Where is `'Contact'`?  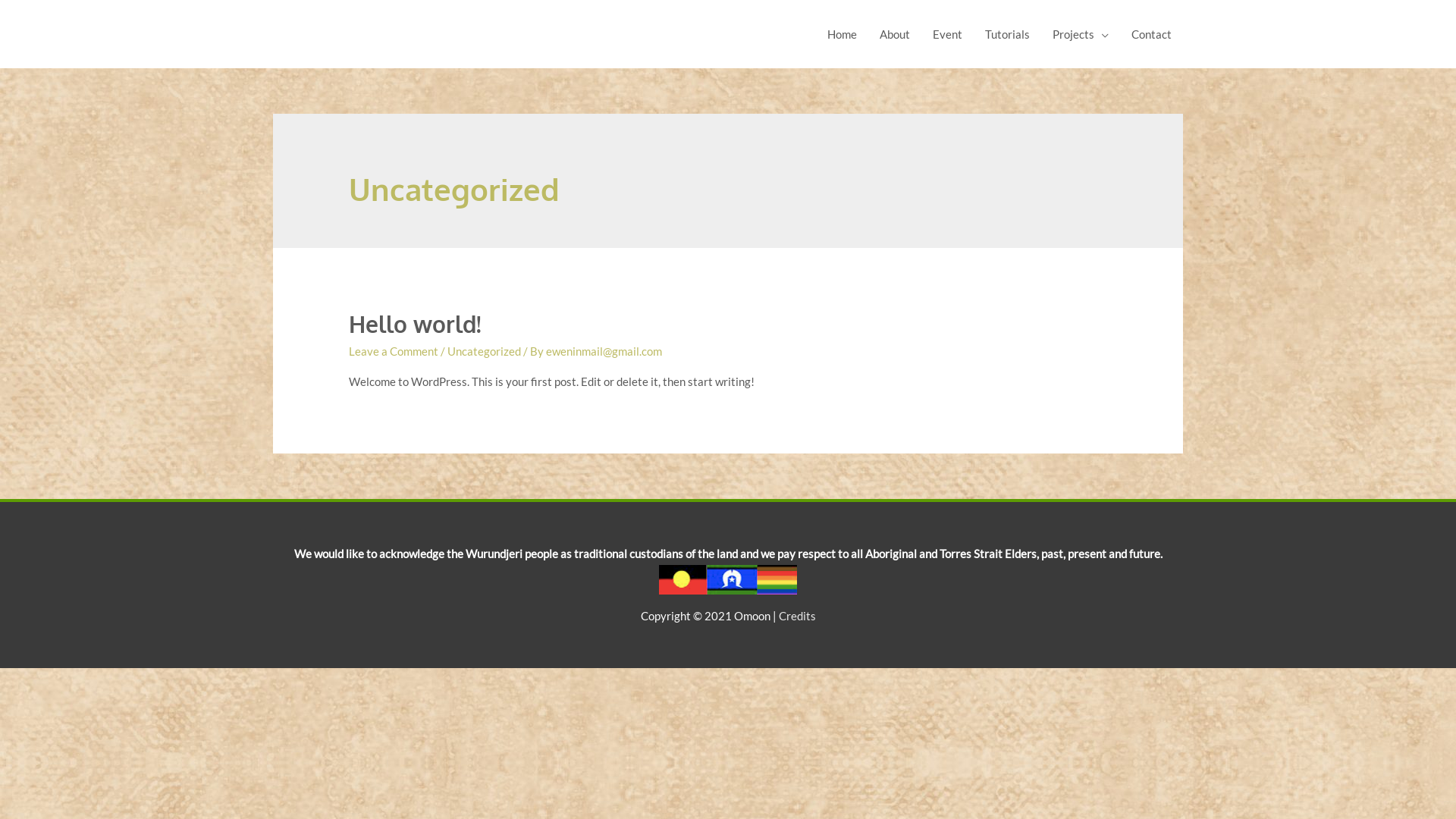 'Contact' is located at coordinates (1151, 34).